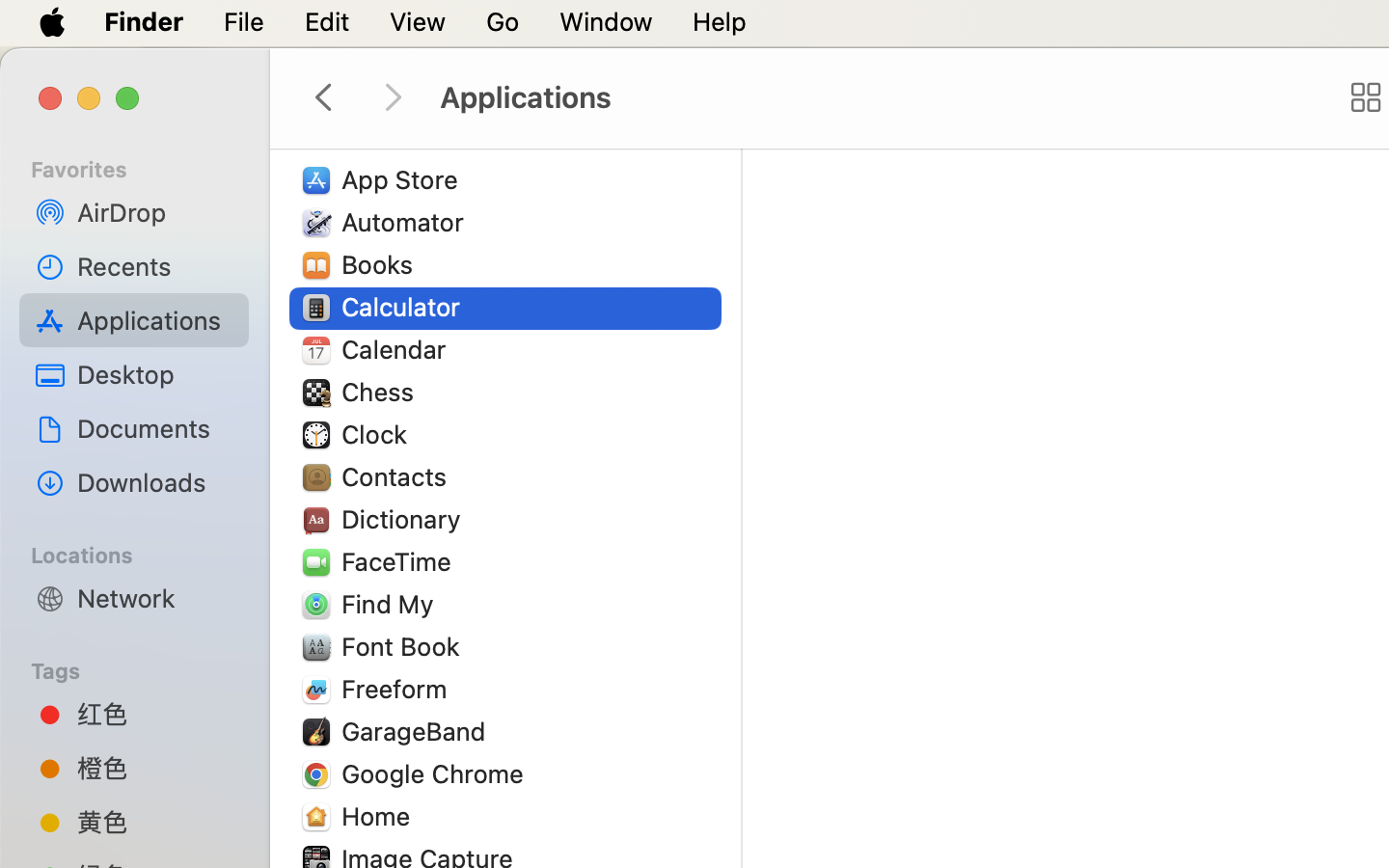  What do you see at coordinates (153, 427) in the screenshot?
I see `'Documents'` at bounding box center [153, 427].